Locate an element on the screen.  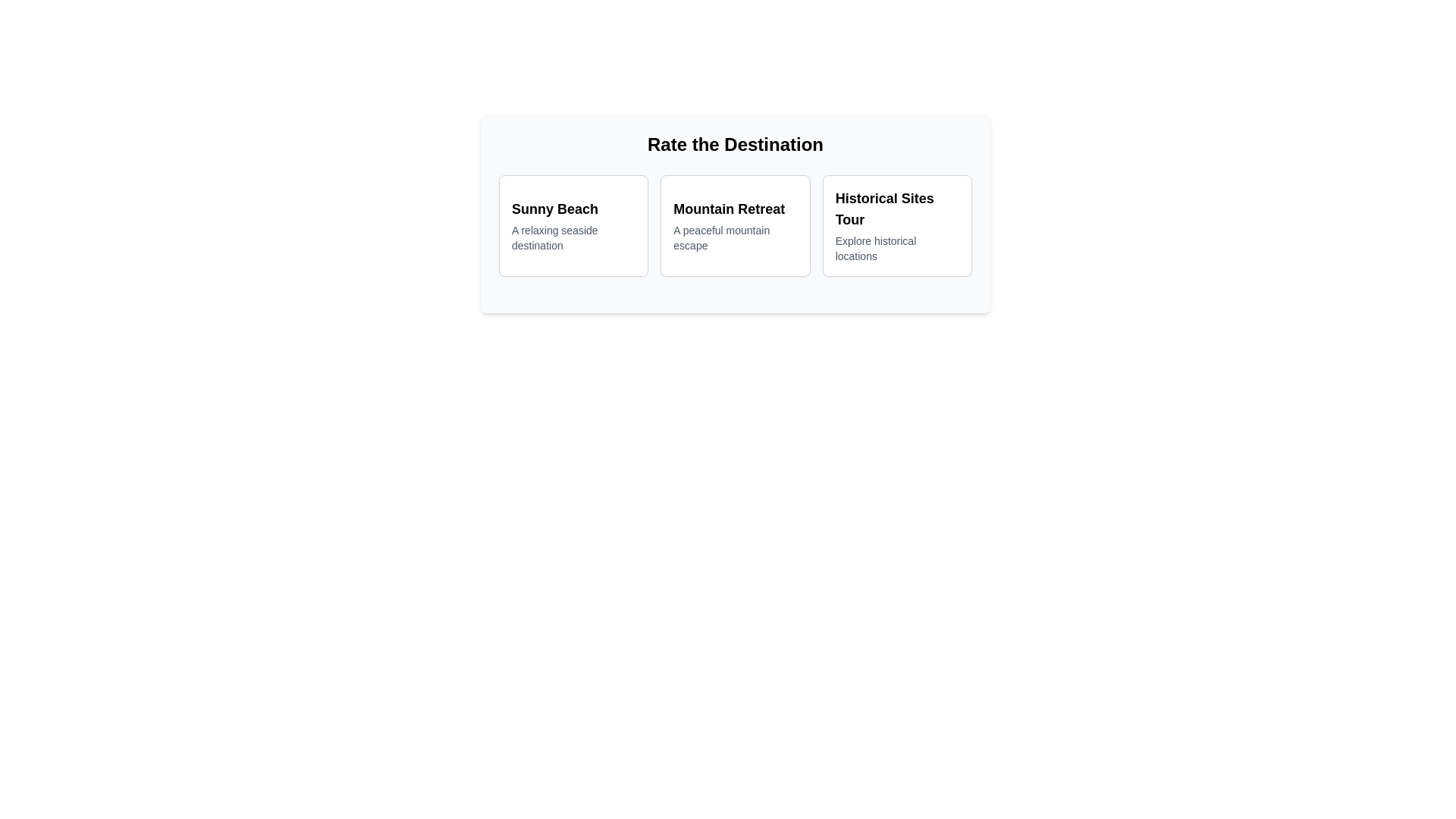
the second card in the 'Rate the Destination' section that displays information about the 'Mountain Retreat' destination is located at coordinates (735, 225).